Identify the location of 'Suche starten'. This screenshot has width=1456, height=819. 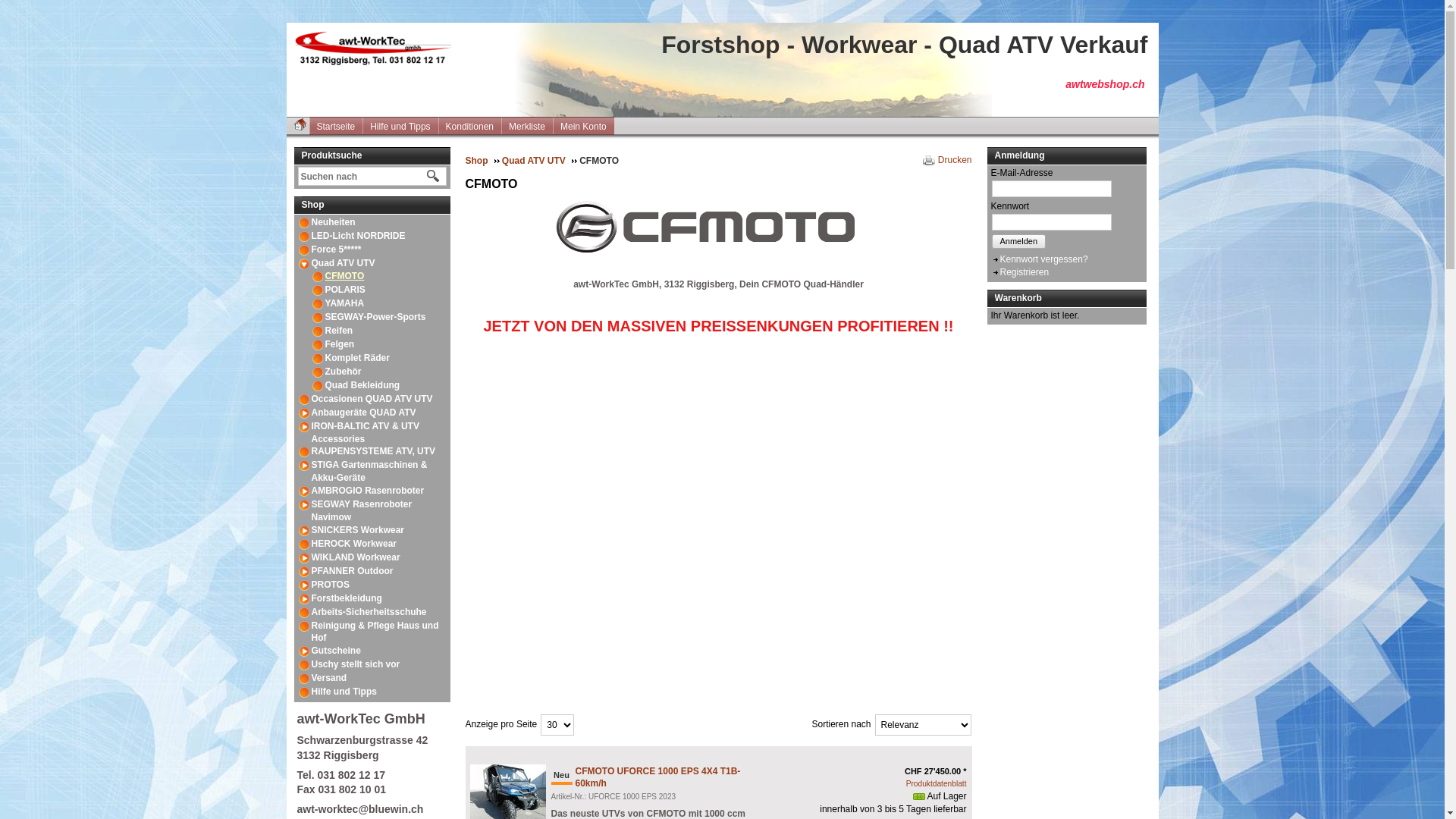
(432, 175).